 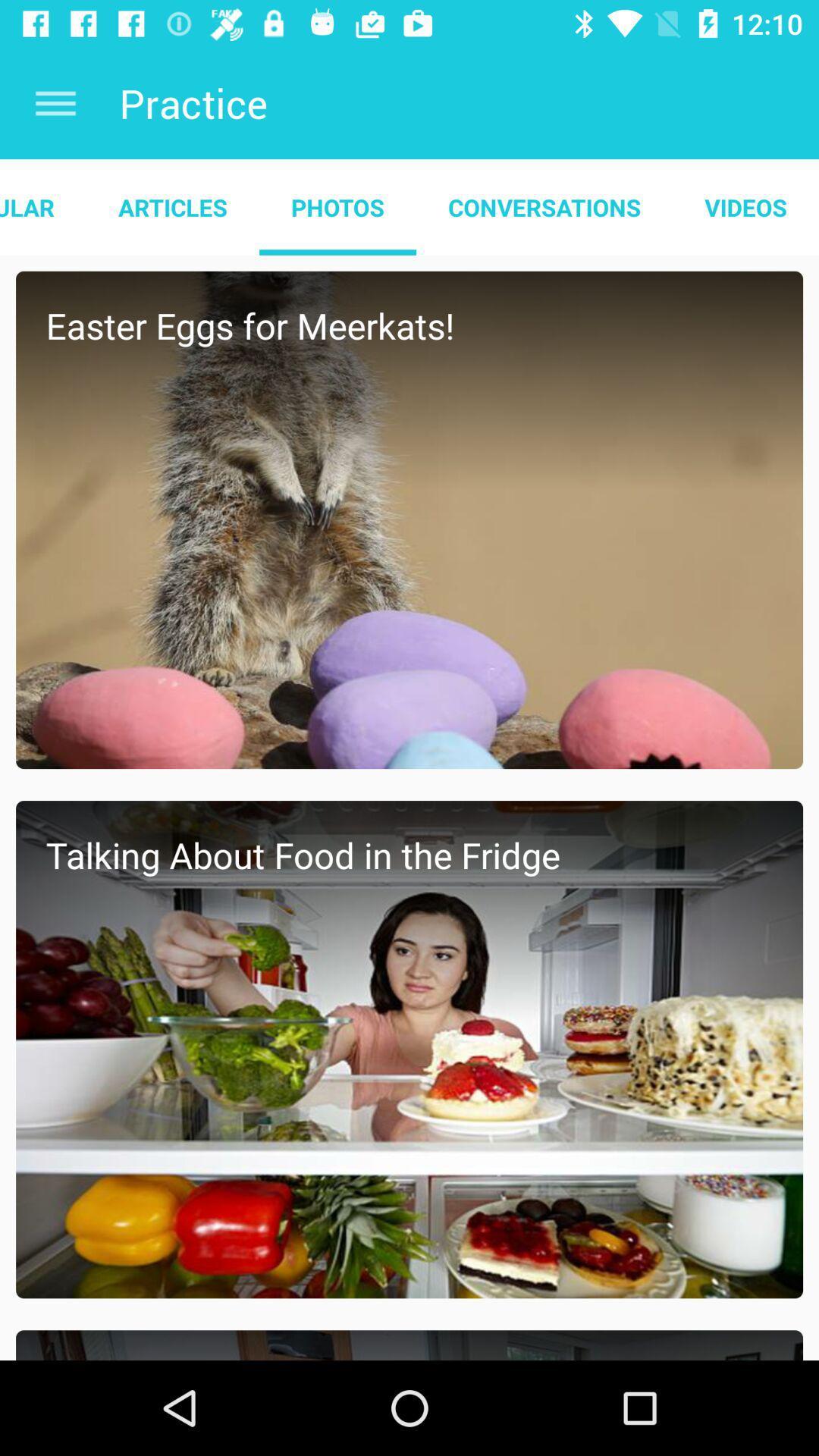 What do you see at coordinates (337, 206) in the screenshot?
I see `app next to the articles` at bounding box center [337, 206].